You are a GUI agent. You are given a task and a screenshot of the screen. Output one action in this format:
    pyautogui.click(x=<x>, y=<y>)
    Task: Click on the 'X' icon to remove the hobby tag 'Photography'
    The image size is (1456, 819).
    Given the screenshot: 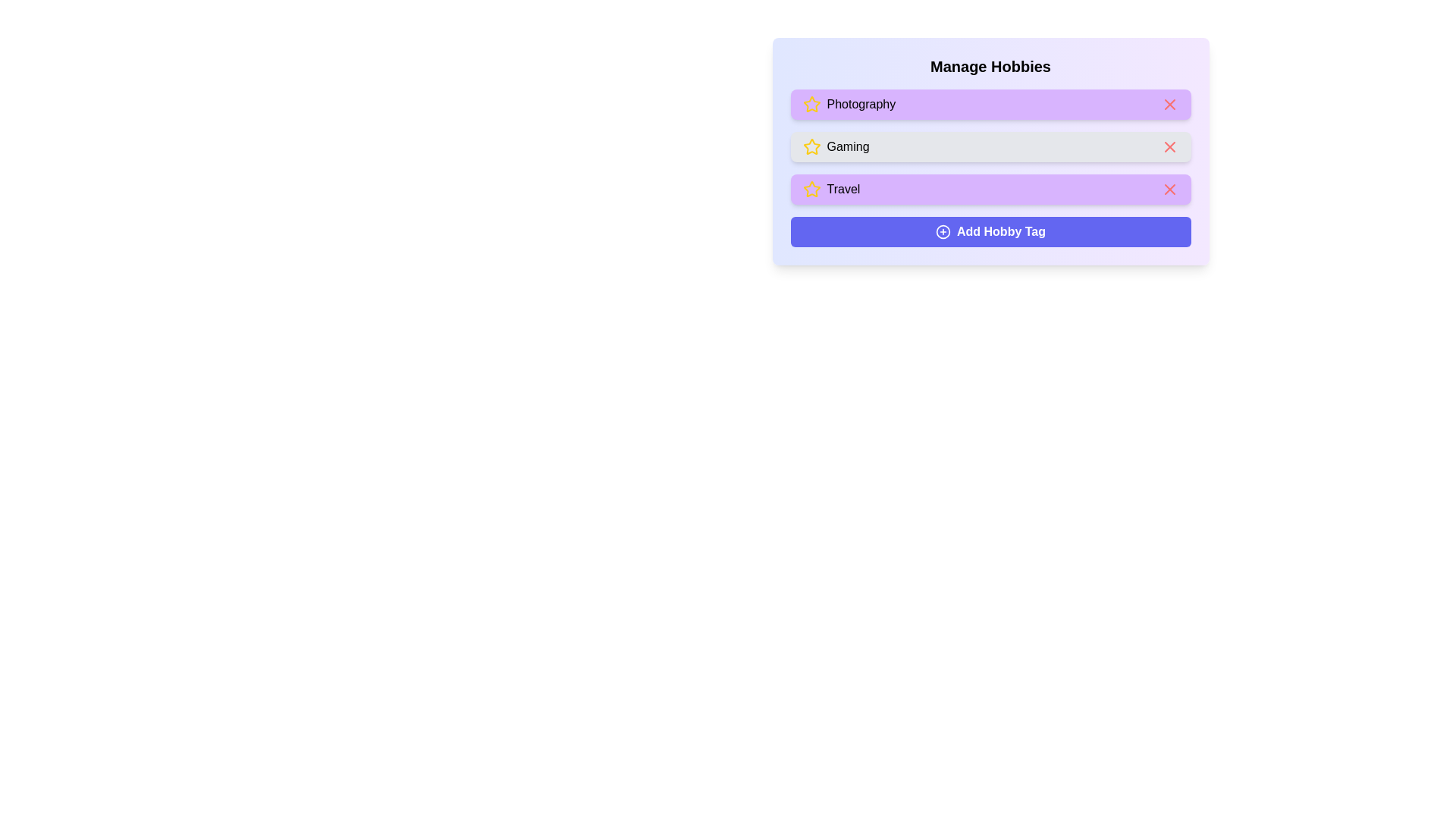 What is the action you would take?
    pyautogui.click(x=1169, y=104)
    